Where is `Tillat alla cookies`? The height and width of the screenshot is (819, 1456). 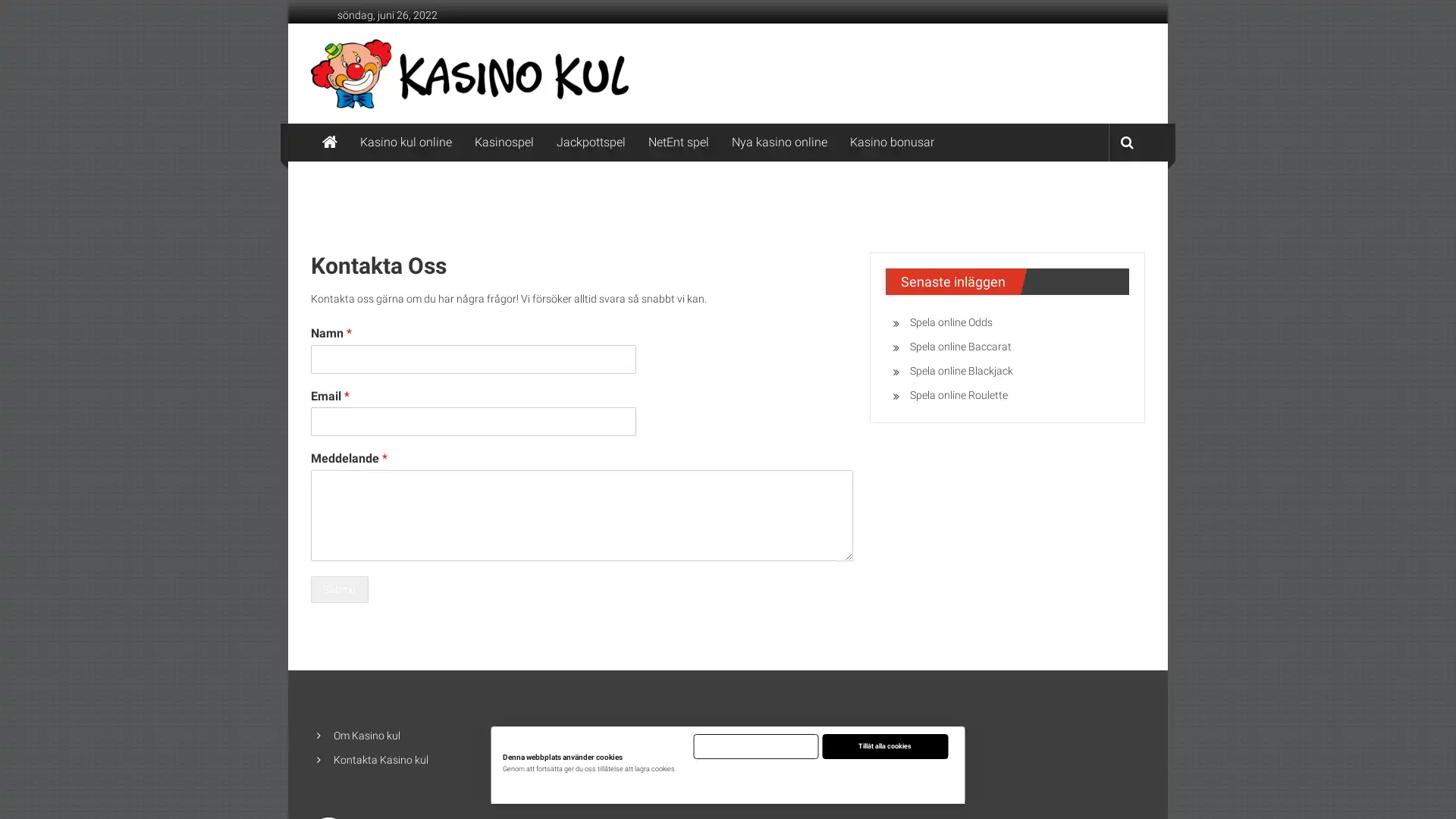
Tillat alla cookies is located at coordinates (884, 745).